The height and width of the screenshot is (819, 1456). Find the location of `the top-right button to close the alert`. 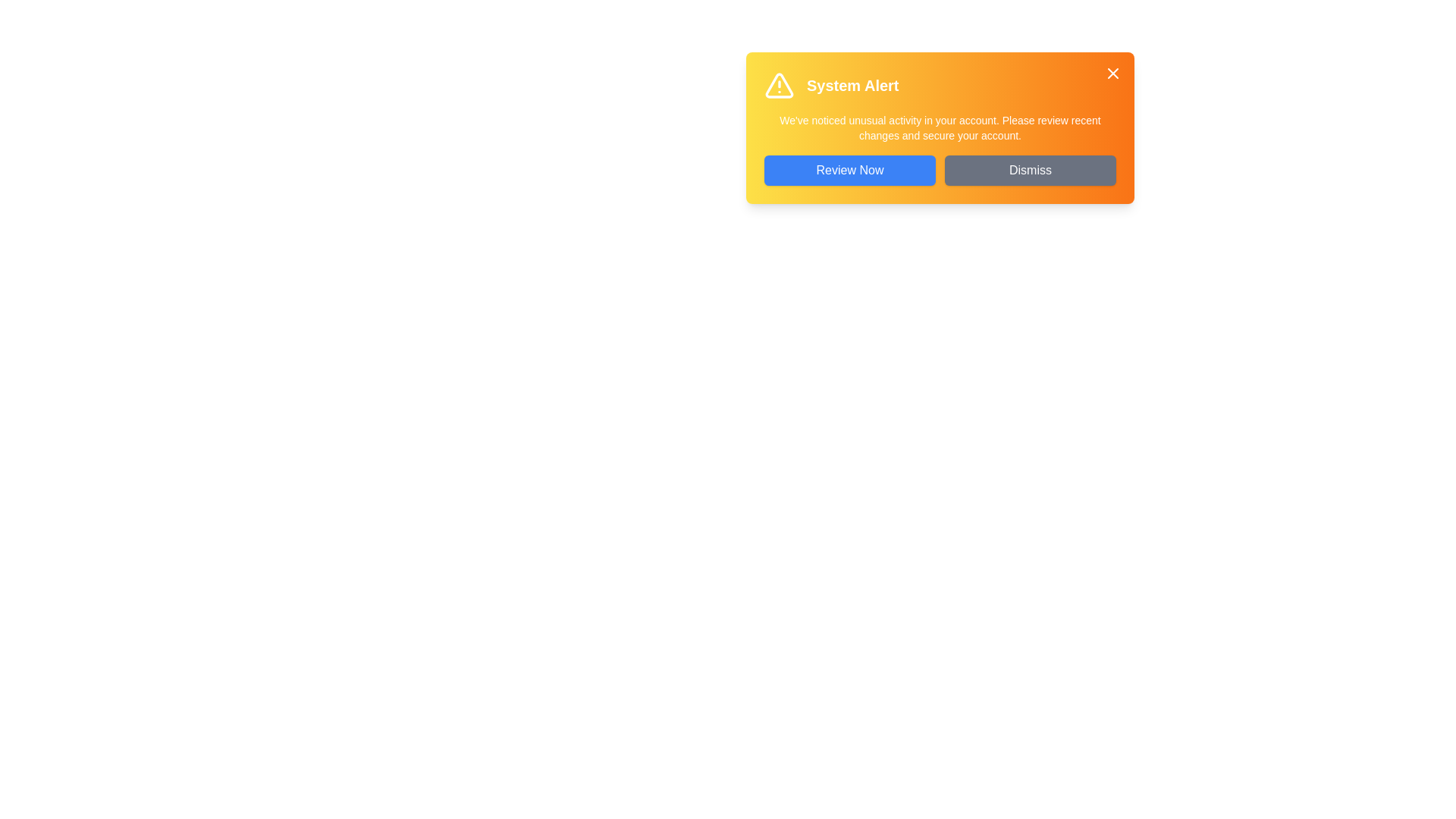

the top-right button to close the alert is located at coordinates (1113, 73).